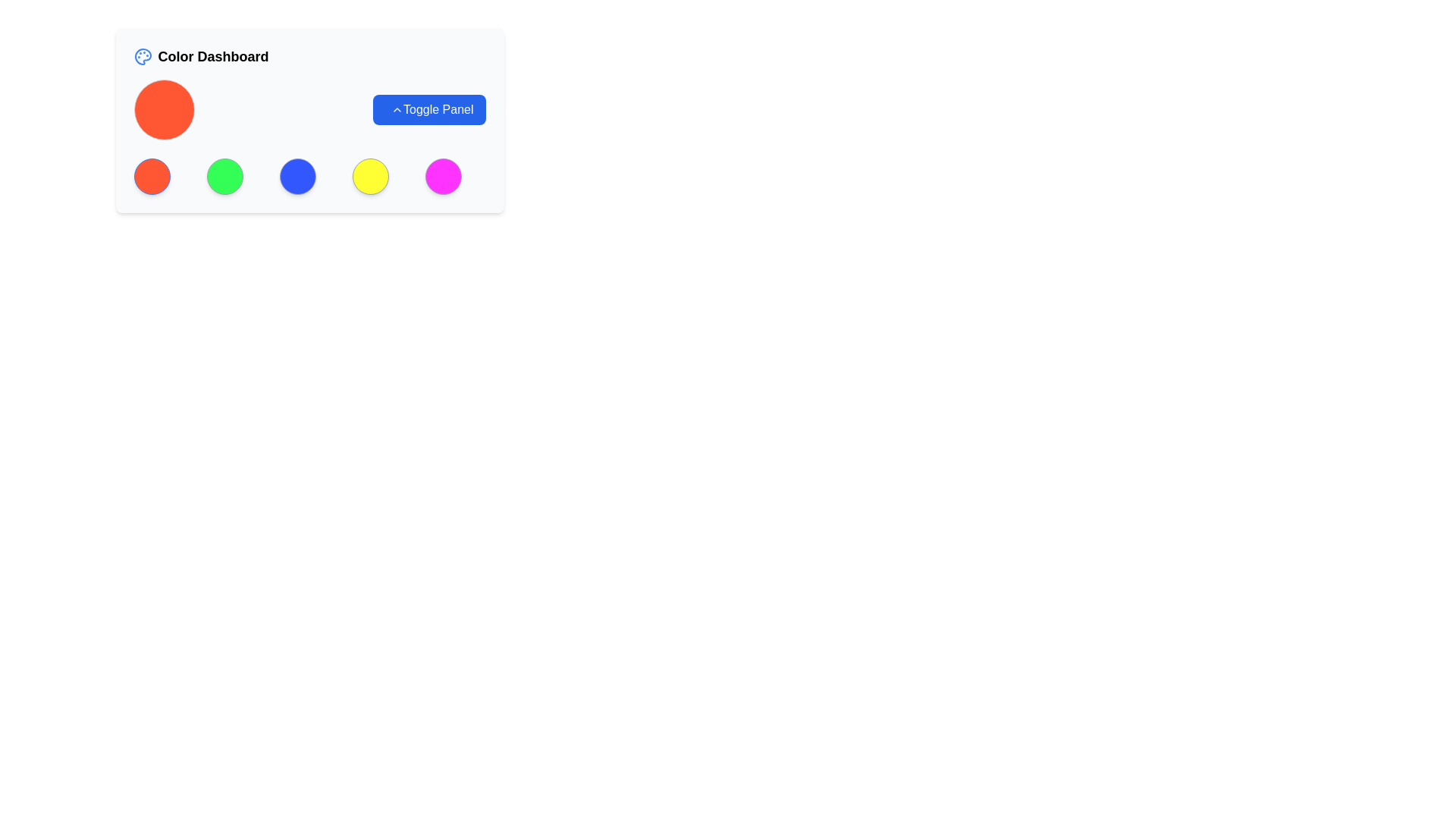 The image size is (1456, 819). Describe the element at coordinates (212, 55) in the screenshot. I see `the Text Label labeled 'Color Dashboard', which serves as a header for the color-related functionalities section` at that location.